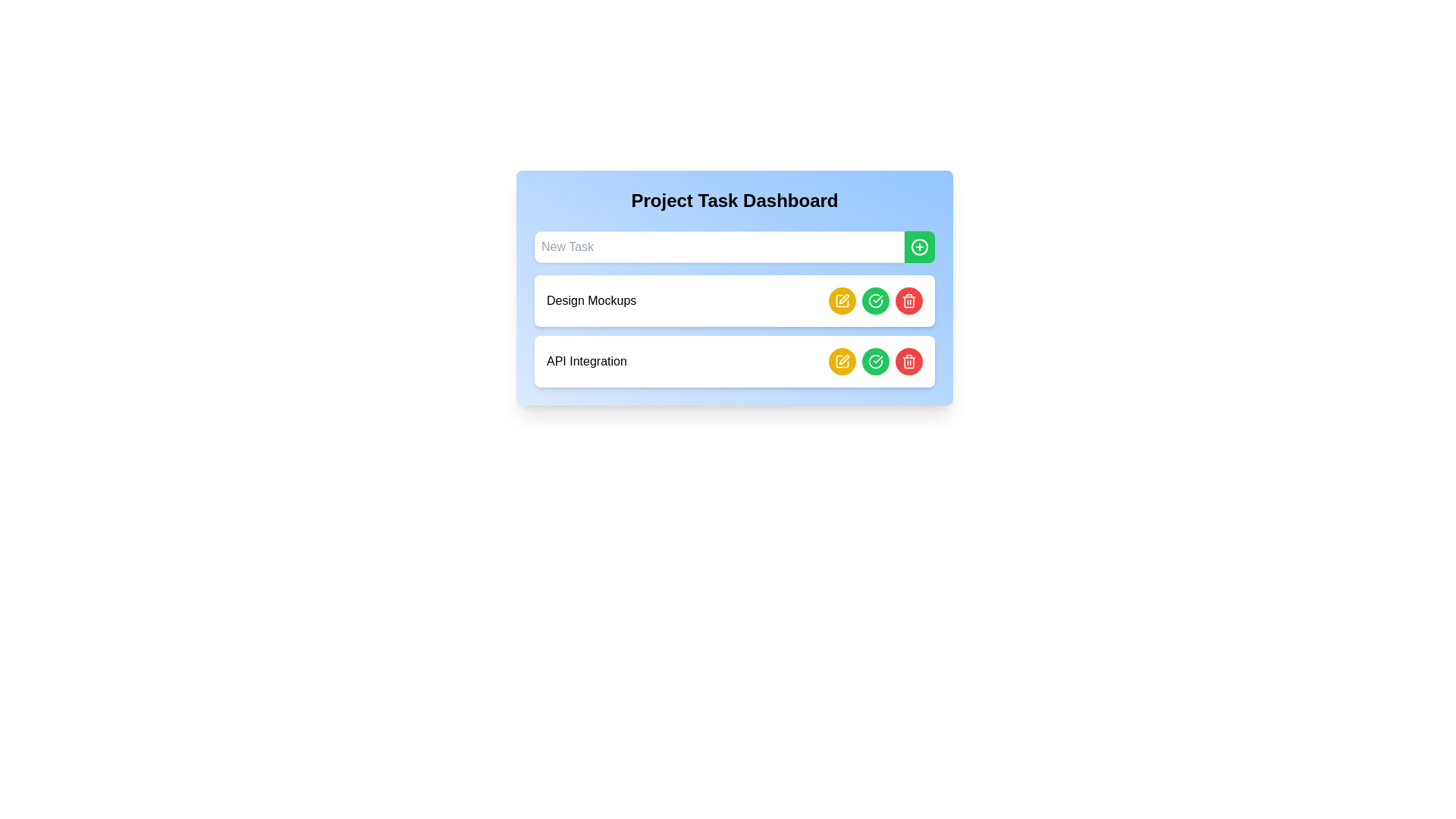 The image size is (1456, 819). What do you see at coordinates (909, 301) in the screenshot?
I see `the circular red button with a trash bin icon` at bounding box center [909, 301].